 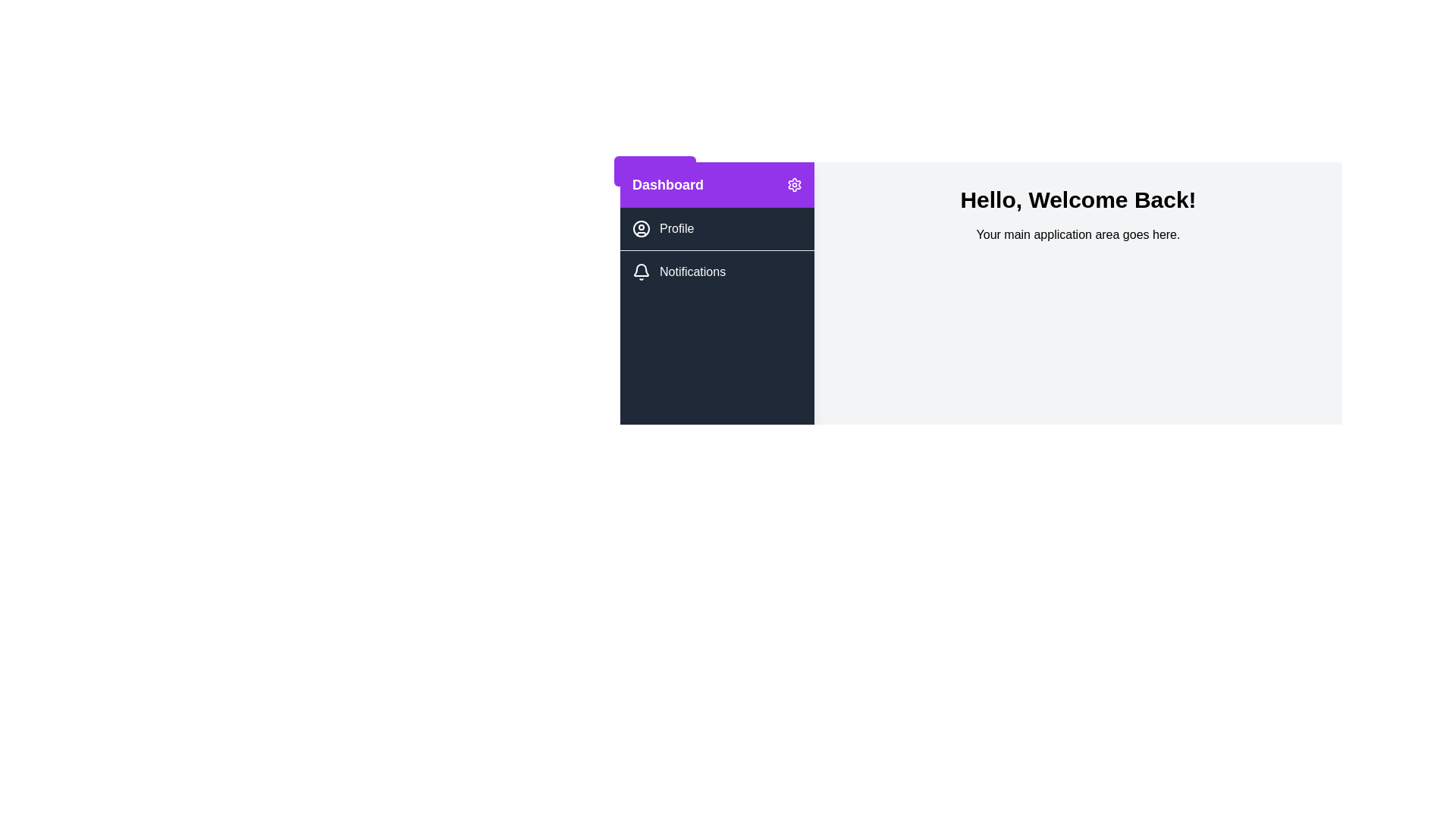 I want to click on the text label displaying 'Your main application area goes here.' which is styled in black on a light gray background, located below the header 'Hello, Welcome Back!', so click(x=1077, y=234).